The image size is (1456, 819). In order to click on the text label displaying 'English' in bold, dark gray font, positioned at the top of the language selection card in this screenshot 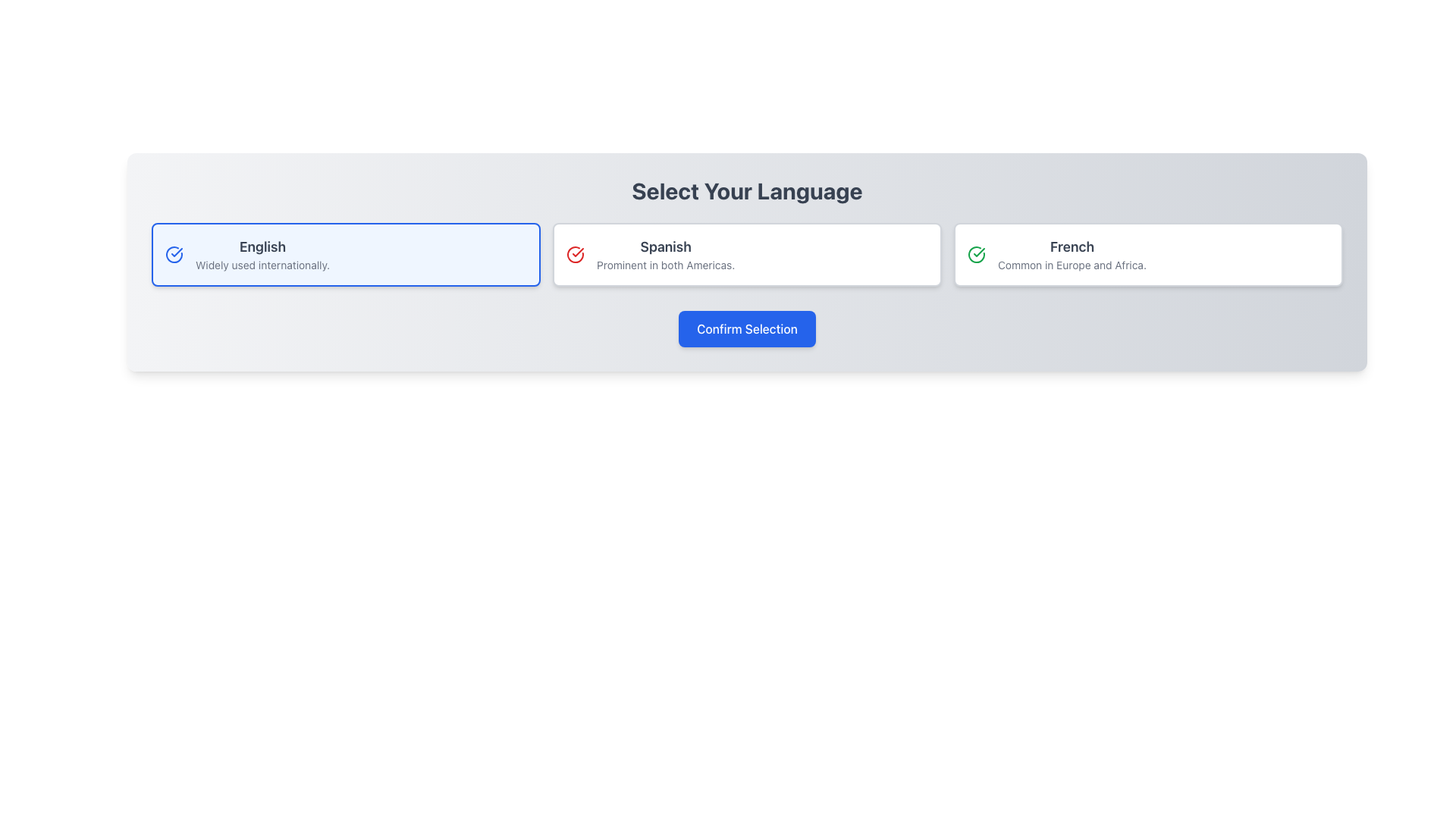, I will do `click(262, 246)`.